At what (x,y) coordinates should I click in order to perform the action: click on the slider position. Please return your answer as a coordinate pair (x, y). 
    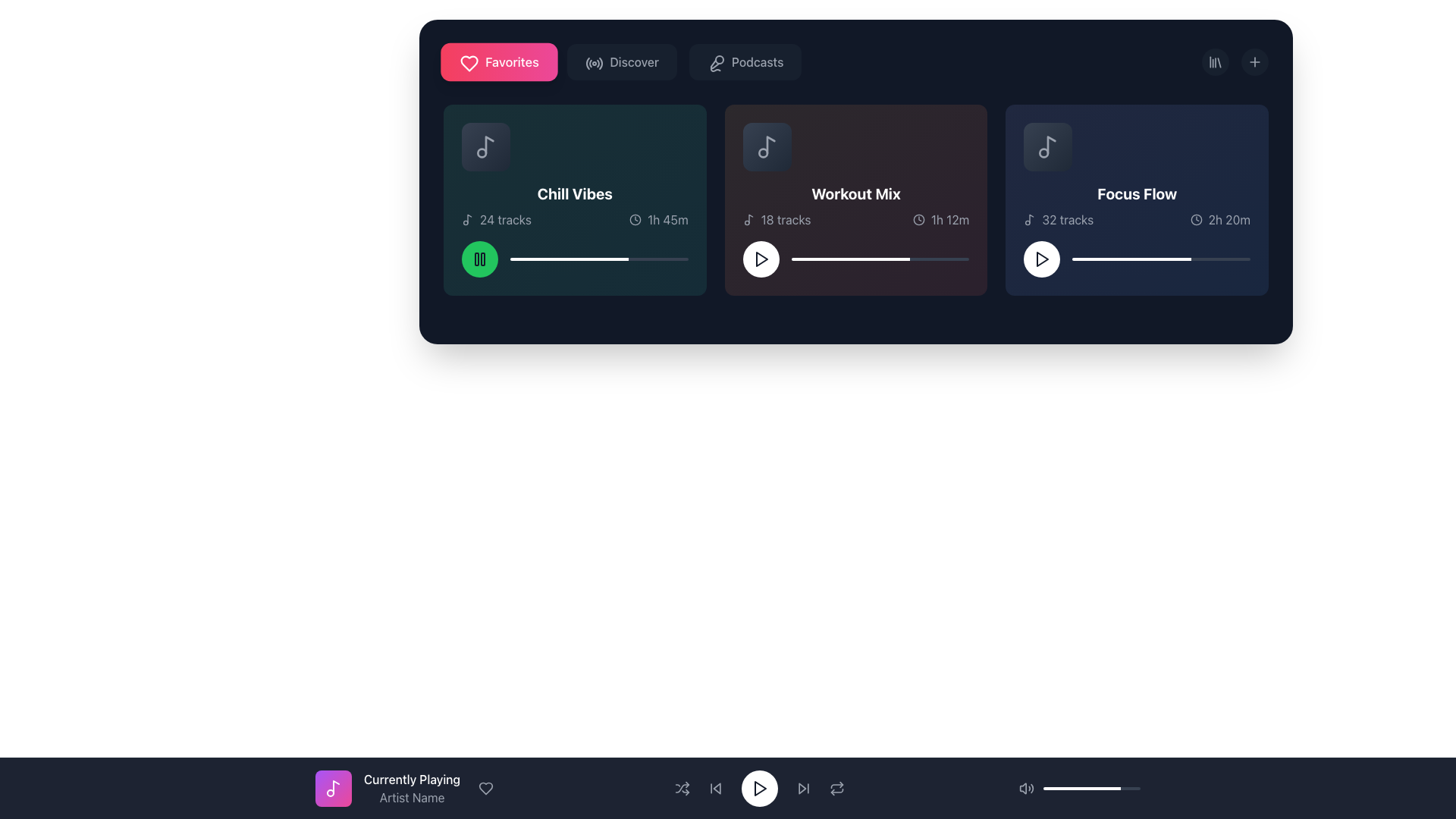
    Looking at the image, I should click on (1072, 259).